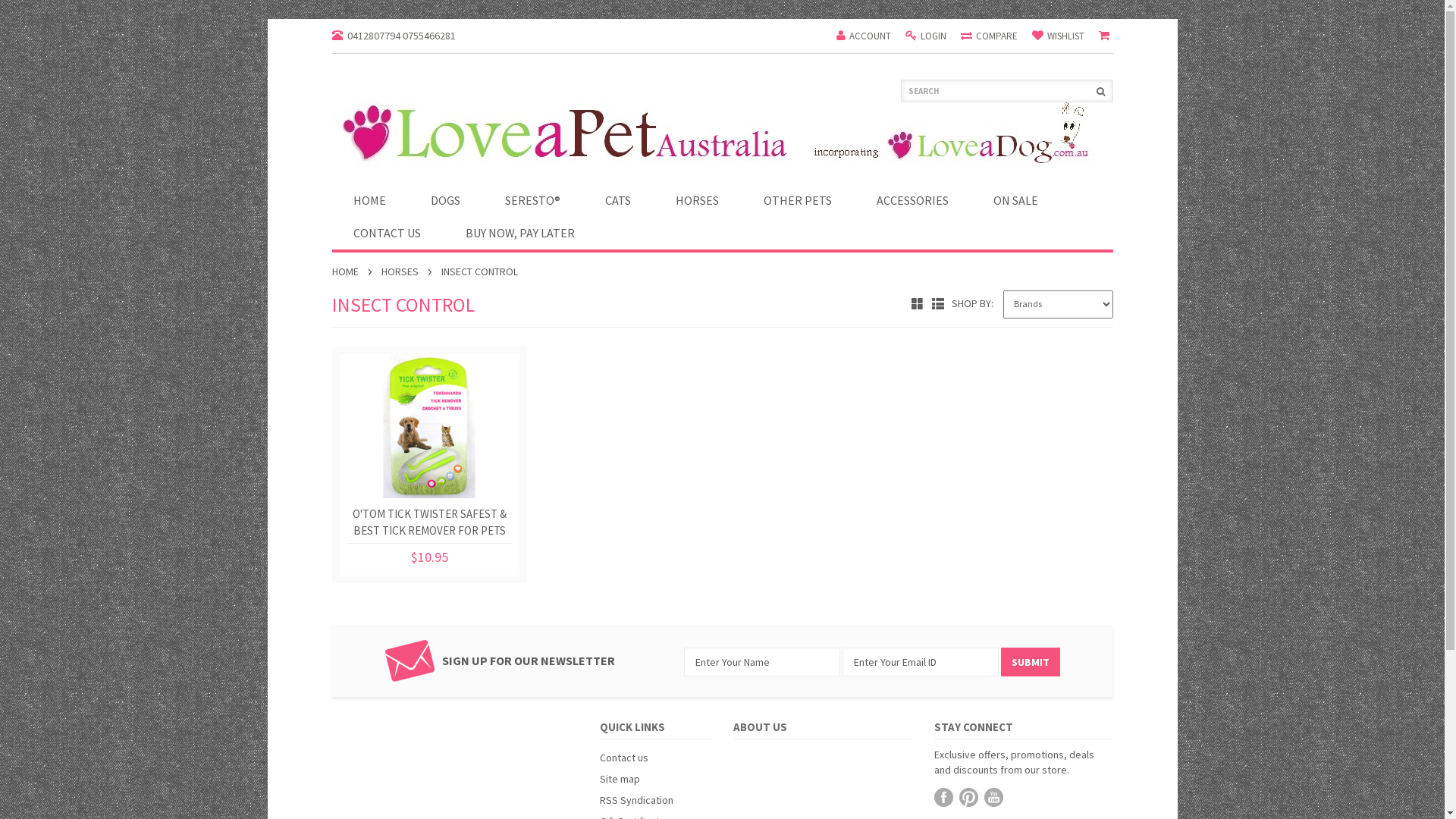  Describe the element at coordinates (1031, 35) in the screenshot. I see `'WISHLIST'` at that location.